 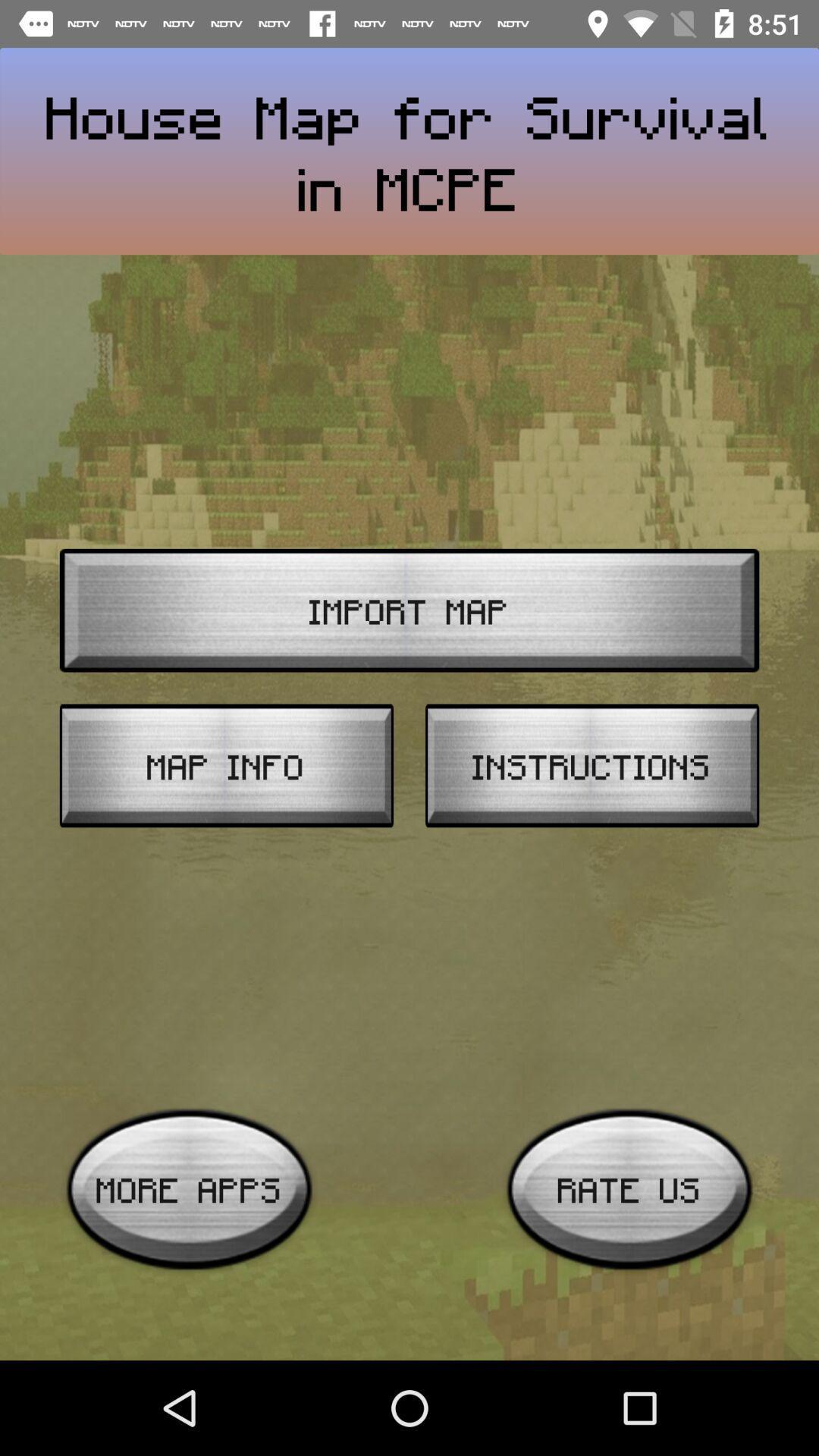 What do you see at coordinates (188, 1188) in the screenshot?
I see `more apps` at bounding box center [188, 1188].